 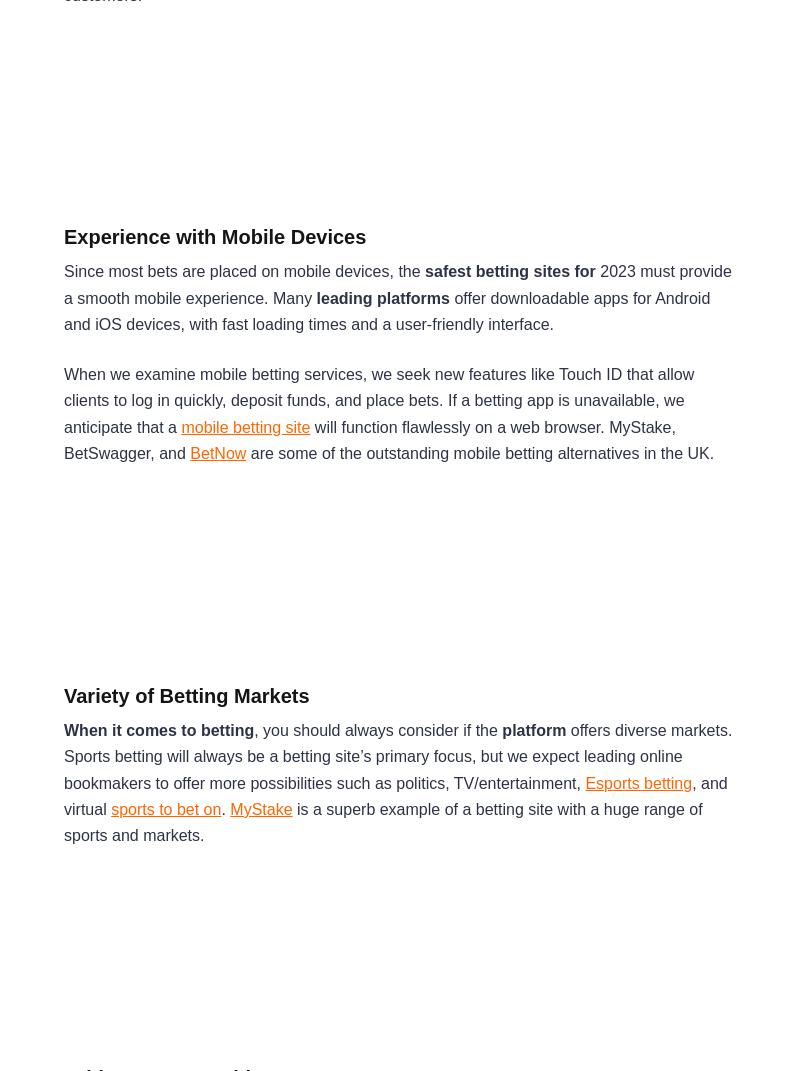 What do you see at coordinates (243, 271) in the screenshot?
I see `'Since most bets are placed on mobile devices, the'` at bounding box center [243, 271].